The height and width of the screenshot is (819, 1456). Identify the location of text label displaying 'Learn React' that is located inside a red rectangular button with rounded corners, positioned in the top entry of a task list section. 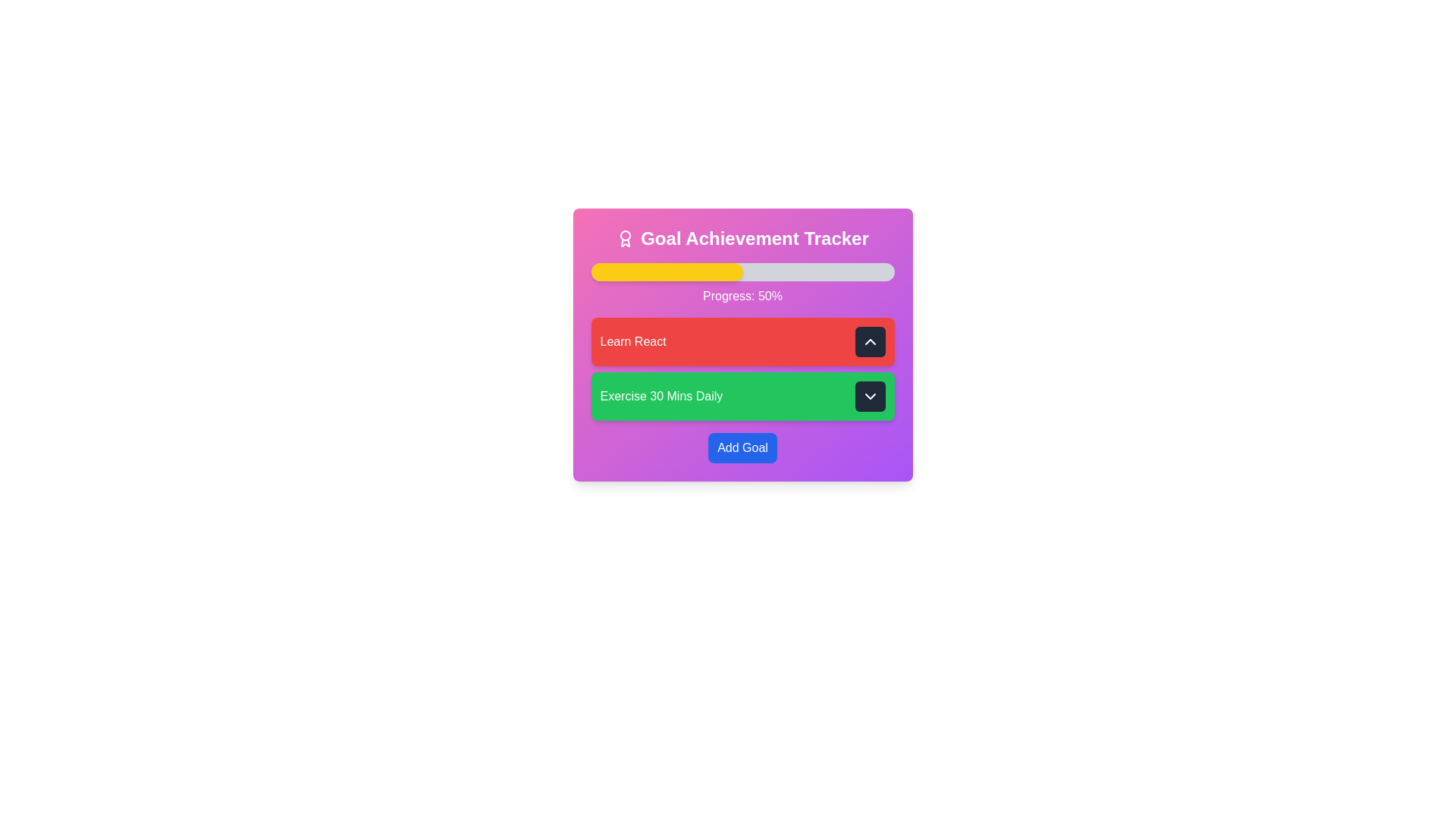
(633, 342).